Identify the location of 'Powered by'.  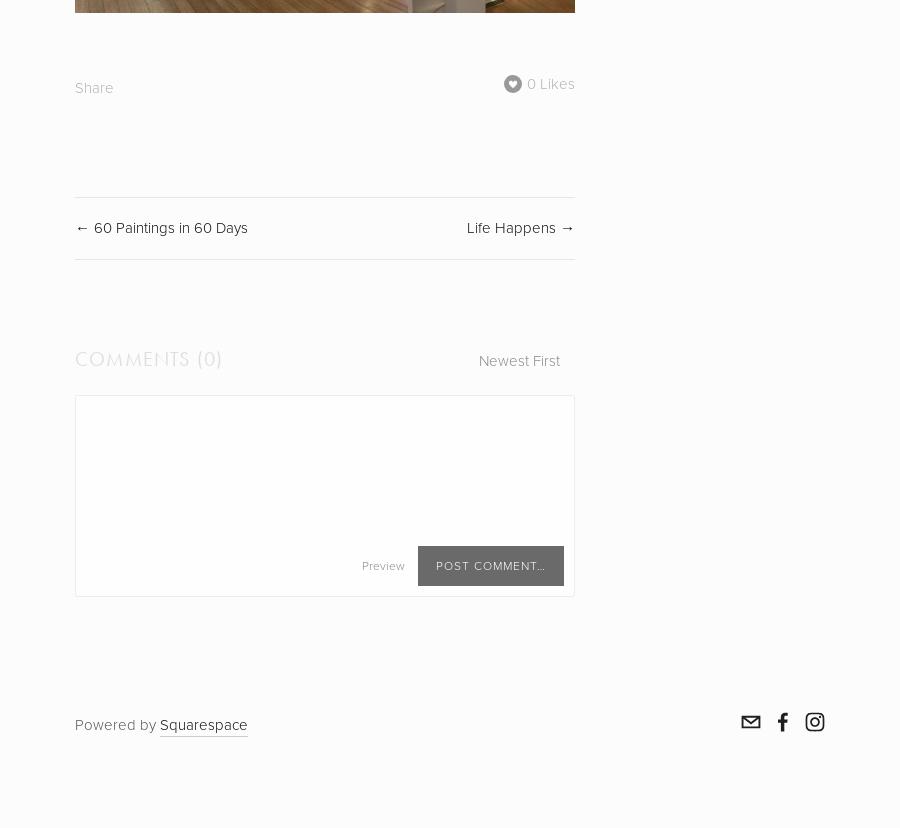
(117, 724).